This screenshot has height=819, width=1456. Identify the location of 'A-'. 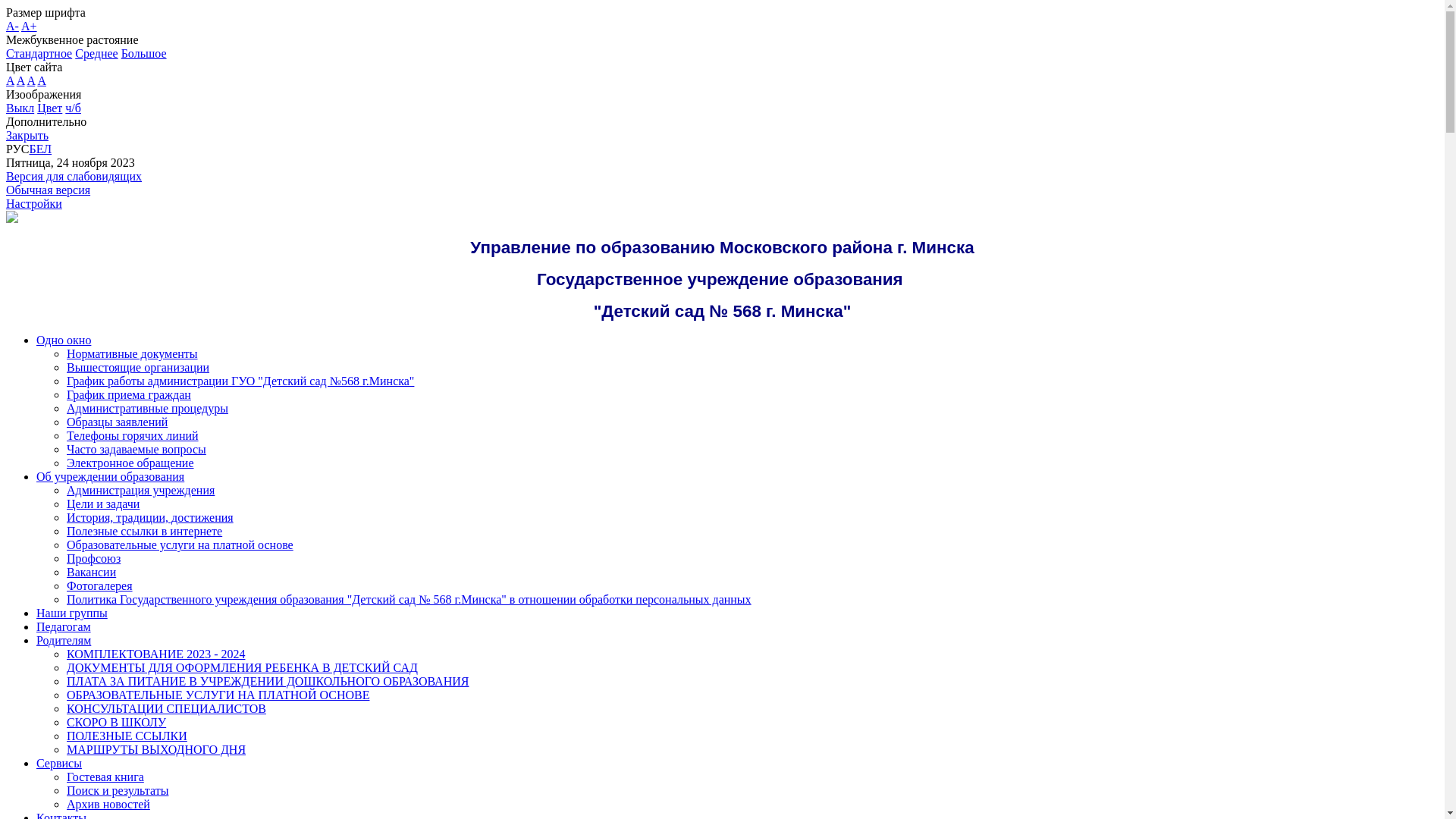
(12, 26).